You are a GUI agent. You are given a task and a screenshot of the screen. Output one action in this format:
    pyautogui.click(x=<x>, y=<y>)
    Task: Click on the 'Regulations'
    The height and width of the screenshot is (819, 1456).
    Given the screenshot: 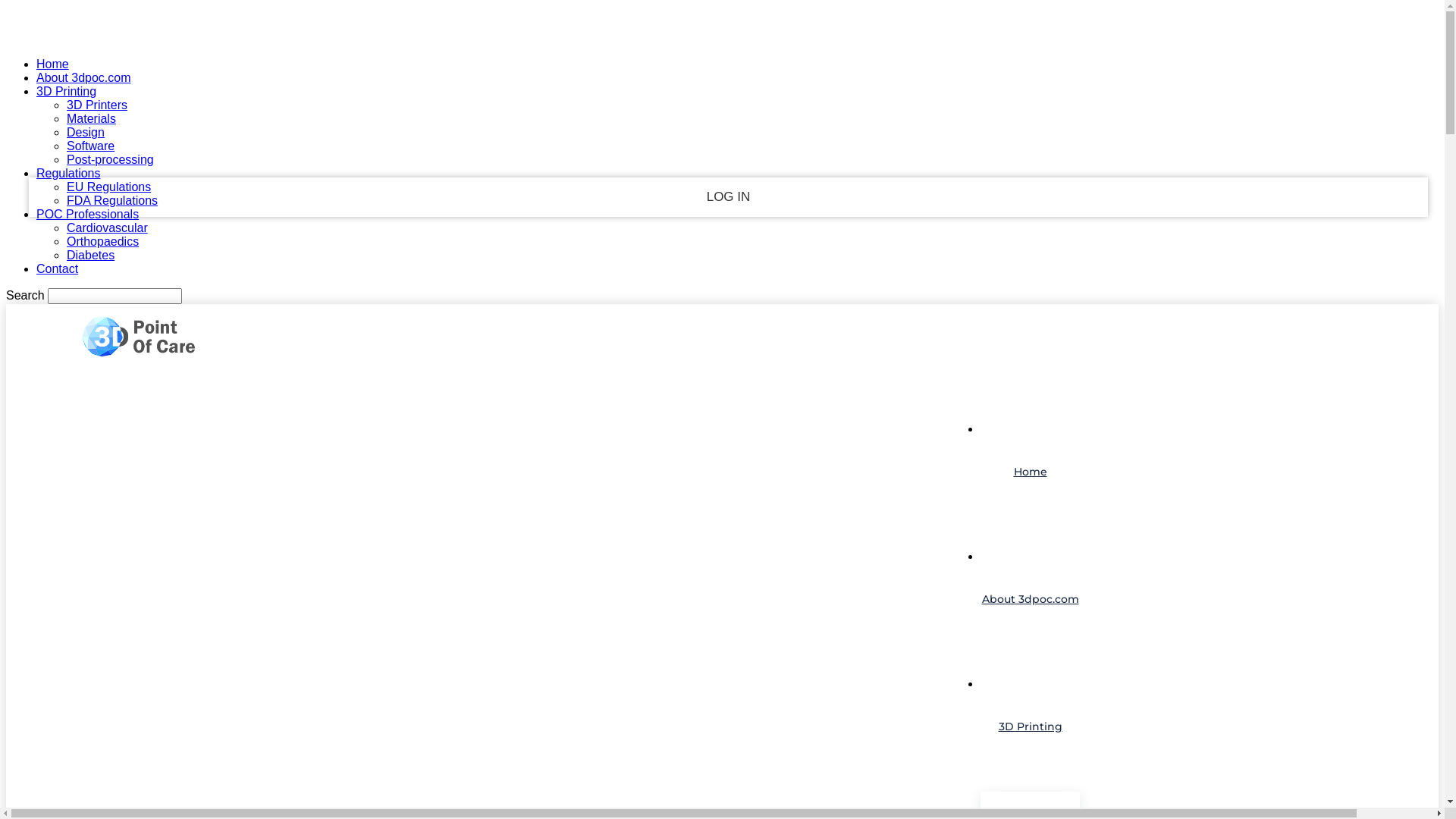 What is the action you would take?
    pyautogui.click(x=67, y=172)
    